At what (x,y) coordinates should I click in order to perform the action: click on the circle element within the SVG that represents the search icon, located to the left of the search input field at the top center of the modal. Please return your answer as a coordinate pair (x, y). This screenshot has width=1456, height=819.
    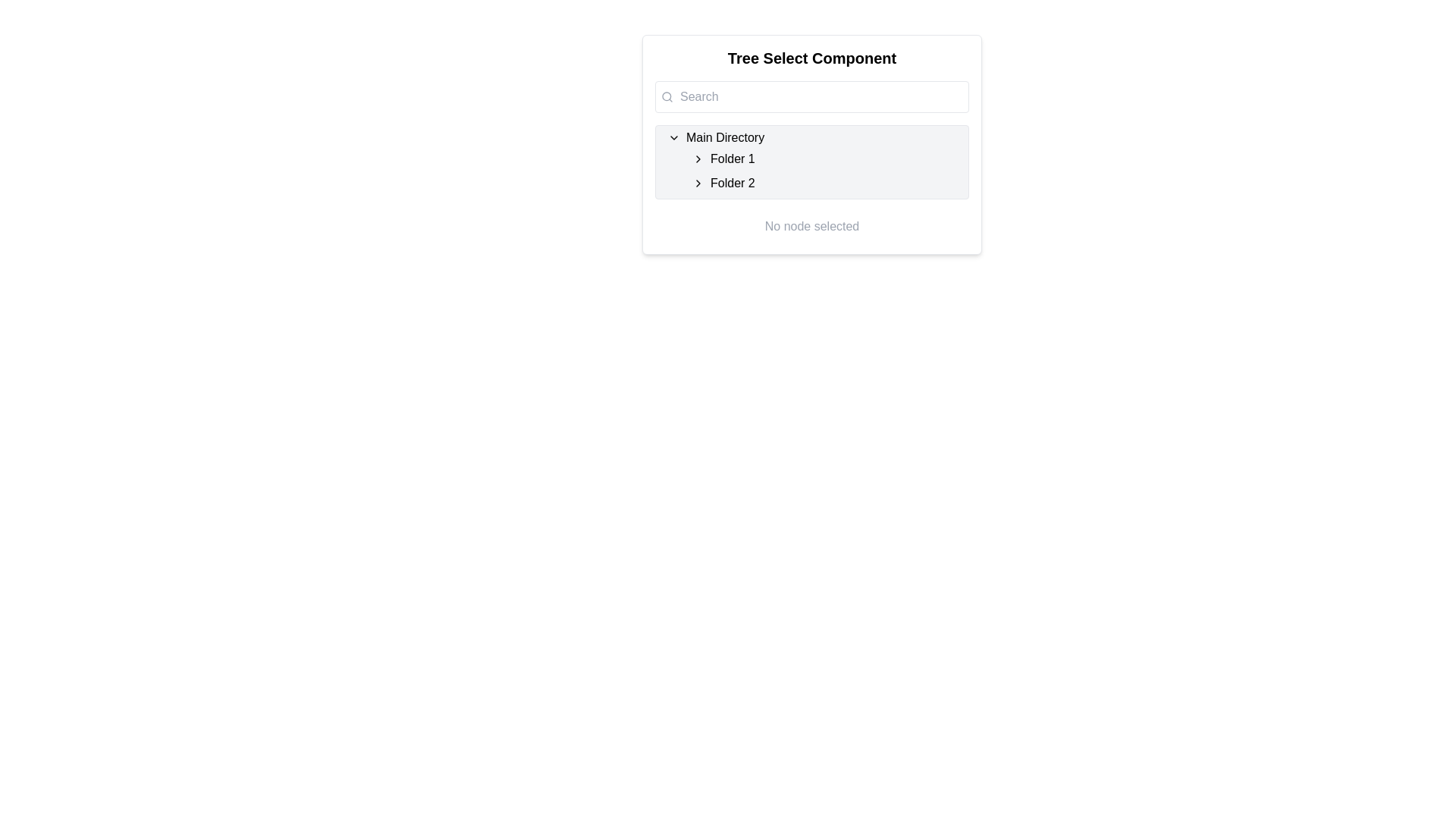
    Looking at the image, I should click on (667, 96).